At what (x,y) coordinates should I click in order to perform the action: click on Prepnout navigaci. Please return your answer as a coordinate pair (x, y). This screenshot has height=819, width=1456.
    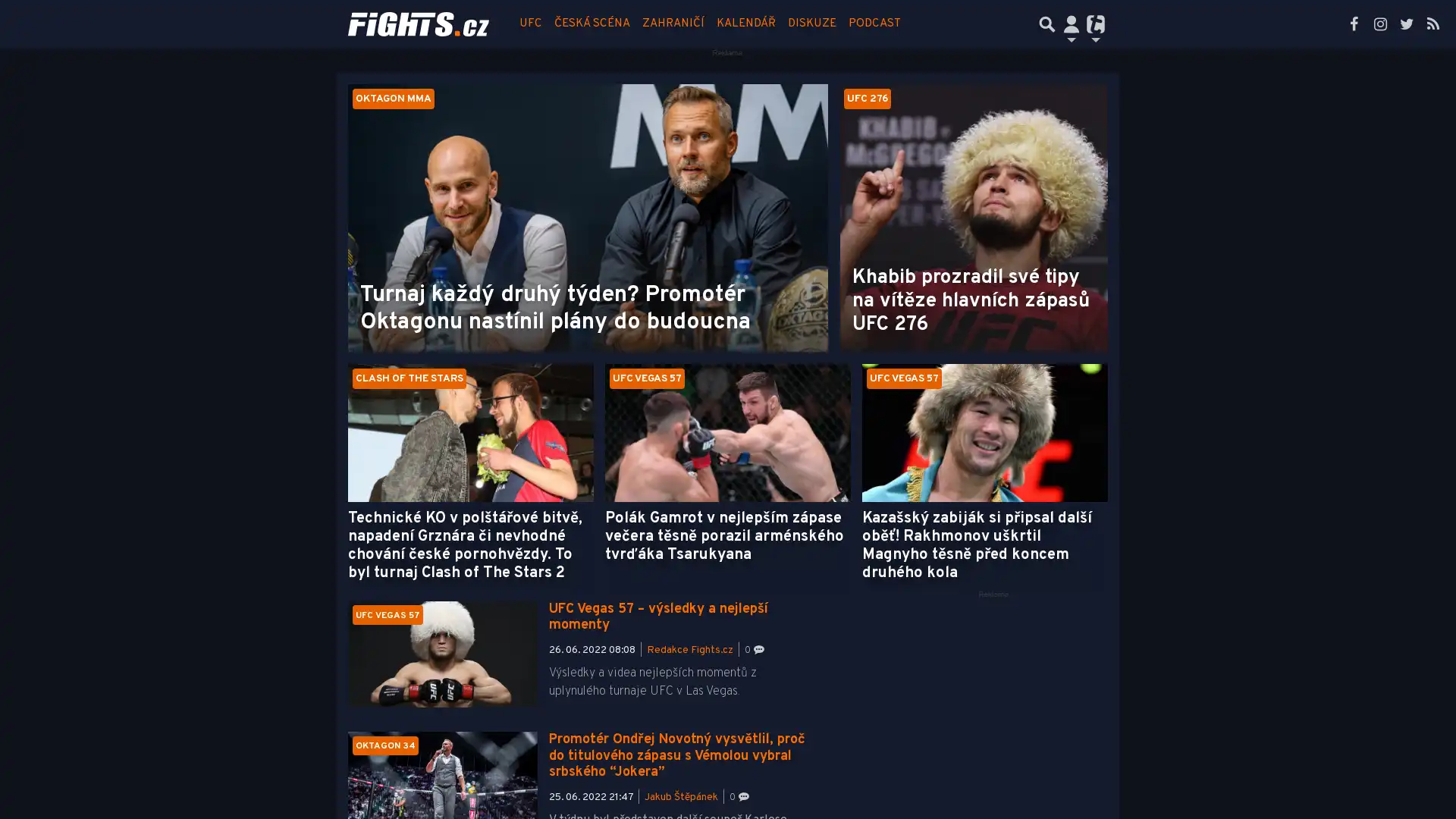
    Looking at the image, I should click on (1095, 24).